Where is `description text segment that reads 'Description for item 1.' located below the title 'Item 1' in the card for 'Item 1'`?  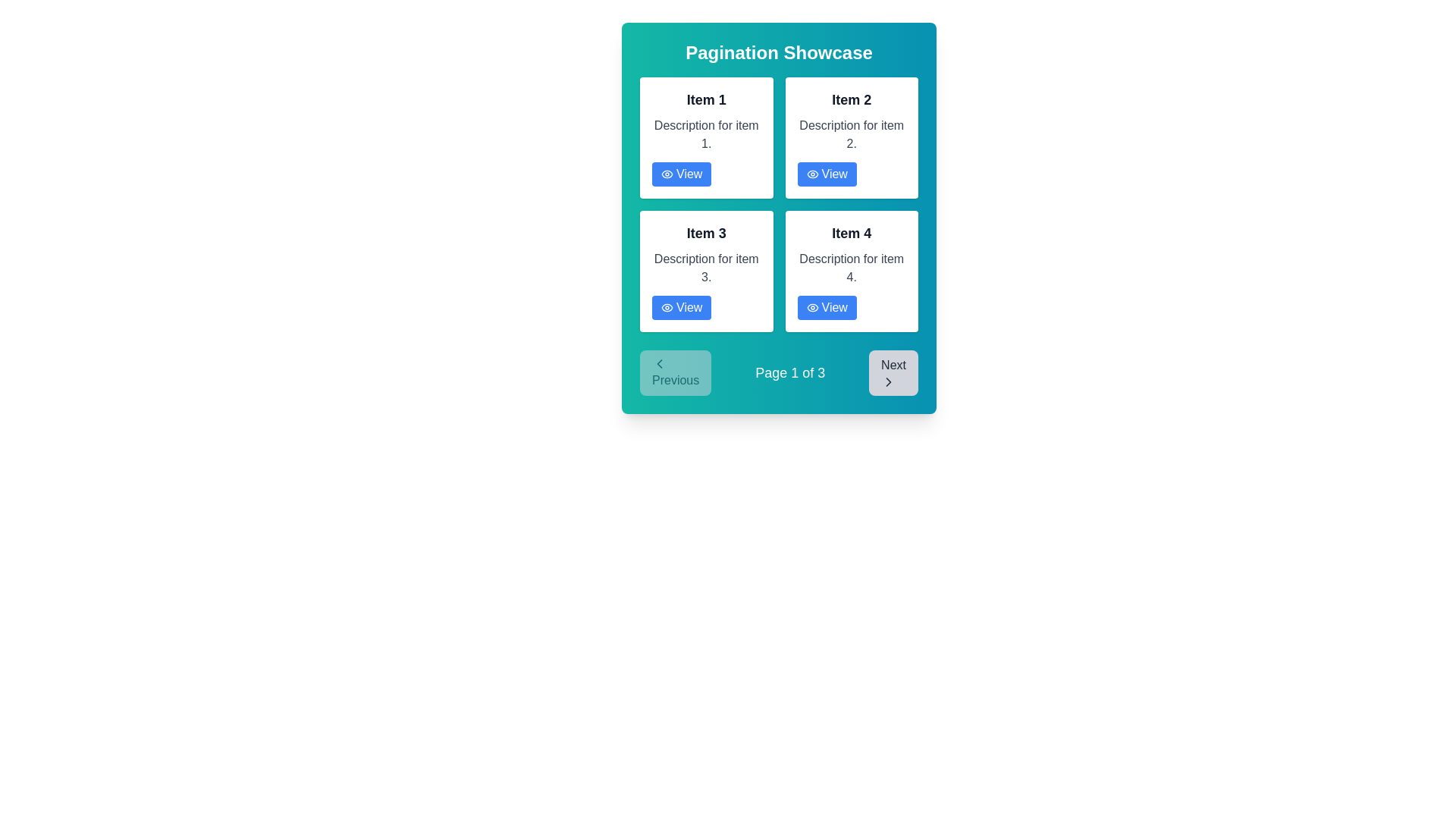
description text segment that reads 'Description for item 1.' located below the title 'Item 1' in the card for 'Item 1' is located at coordinates (705, 133).